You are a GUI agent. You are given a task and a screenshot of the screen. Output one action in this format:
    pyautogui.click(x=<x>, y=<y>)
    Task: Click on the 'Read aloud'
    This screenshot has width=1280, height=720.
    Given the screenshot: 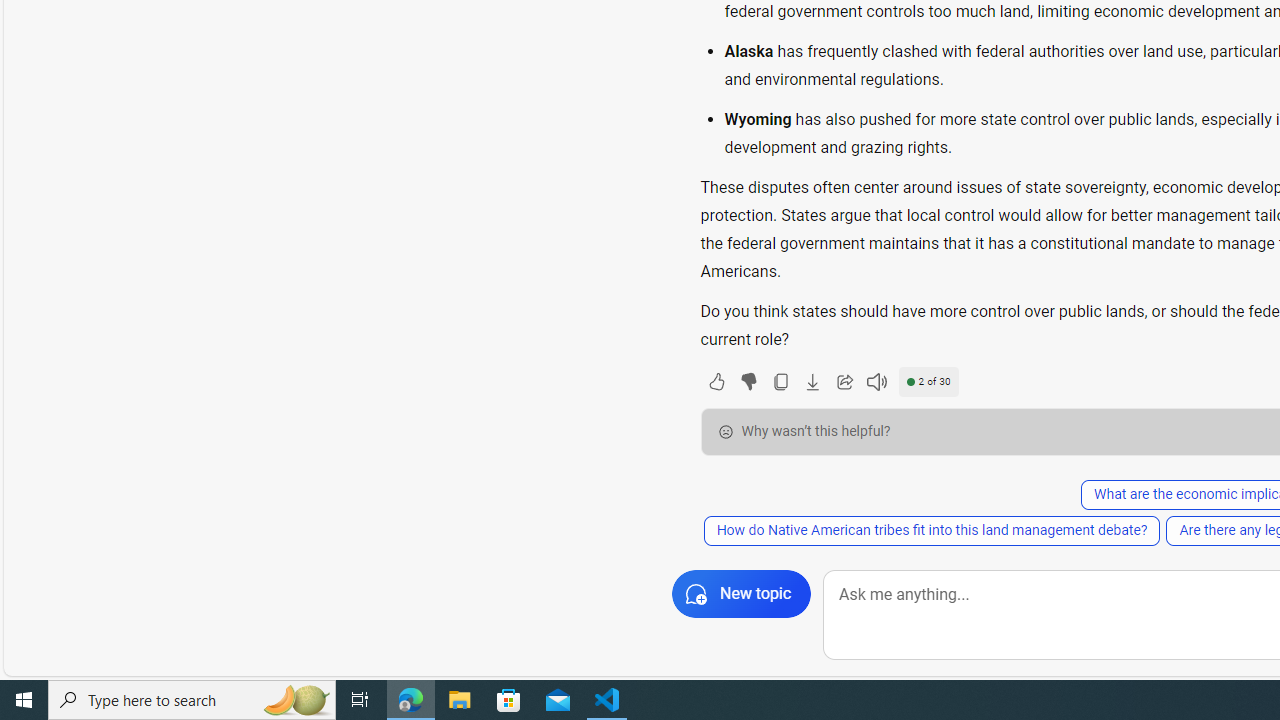 What is the action you would take?
    pyautogui.click(x=876, y=381)
    